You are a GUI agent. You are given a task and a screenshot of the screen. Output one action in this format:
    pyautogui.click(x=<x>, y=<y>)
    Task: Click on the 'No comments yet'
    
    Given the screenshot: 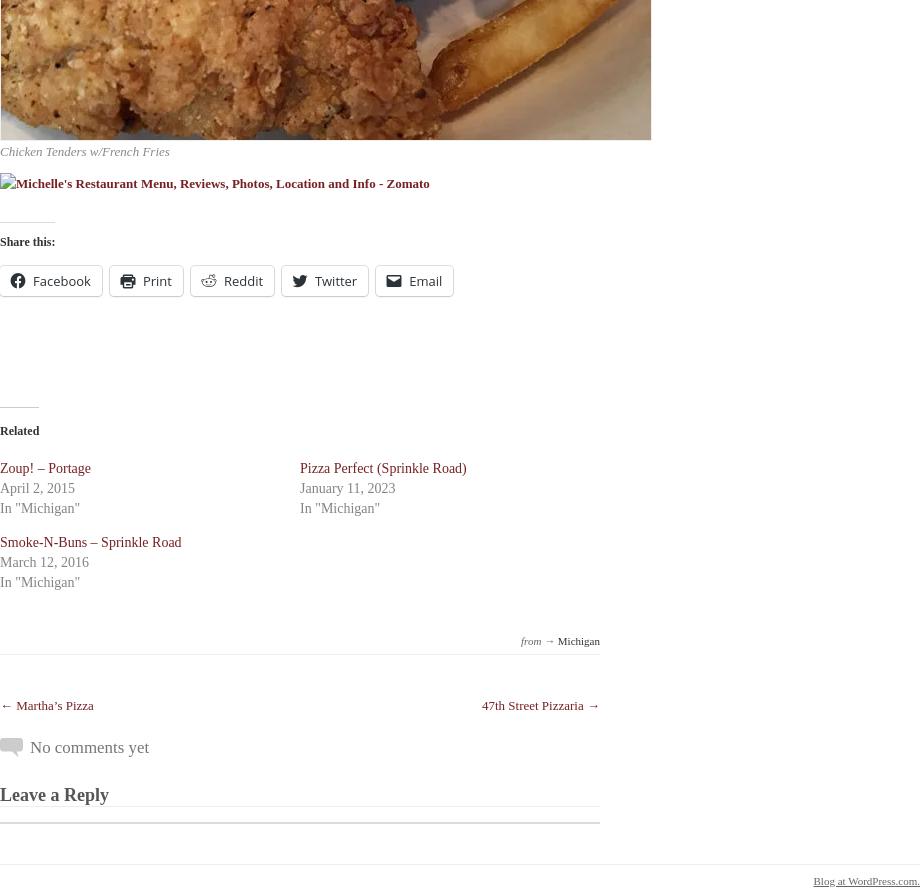 What is the action you would take?
    pyautogui.click(x=89, y=746)
    